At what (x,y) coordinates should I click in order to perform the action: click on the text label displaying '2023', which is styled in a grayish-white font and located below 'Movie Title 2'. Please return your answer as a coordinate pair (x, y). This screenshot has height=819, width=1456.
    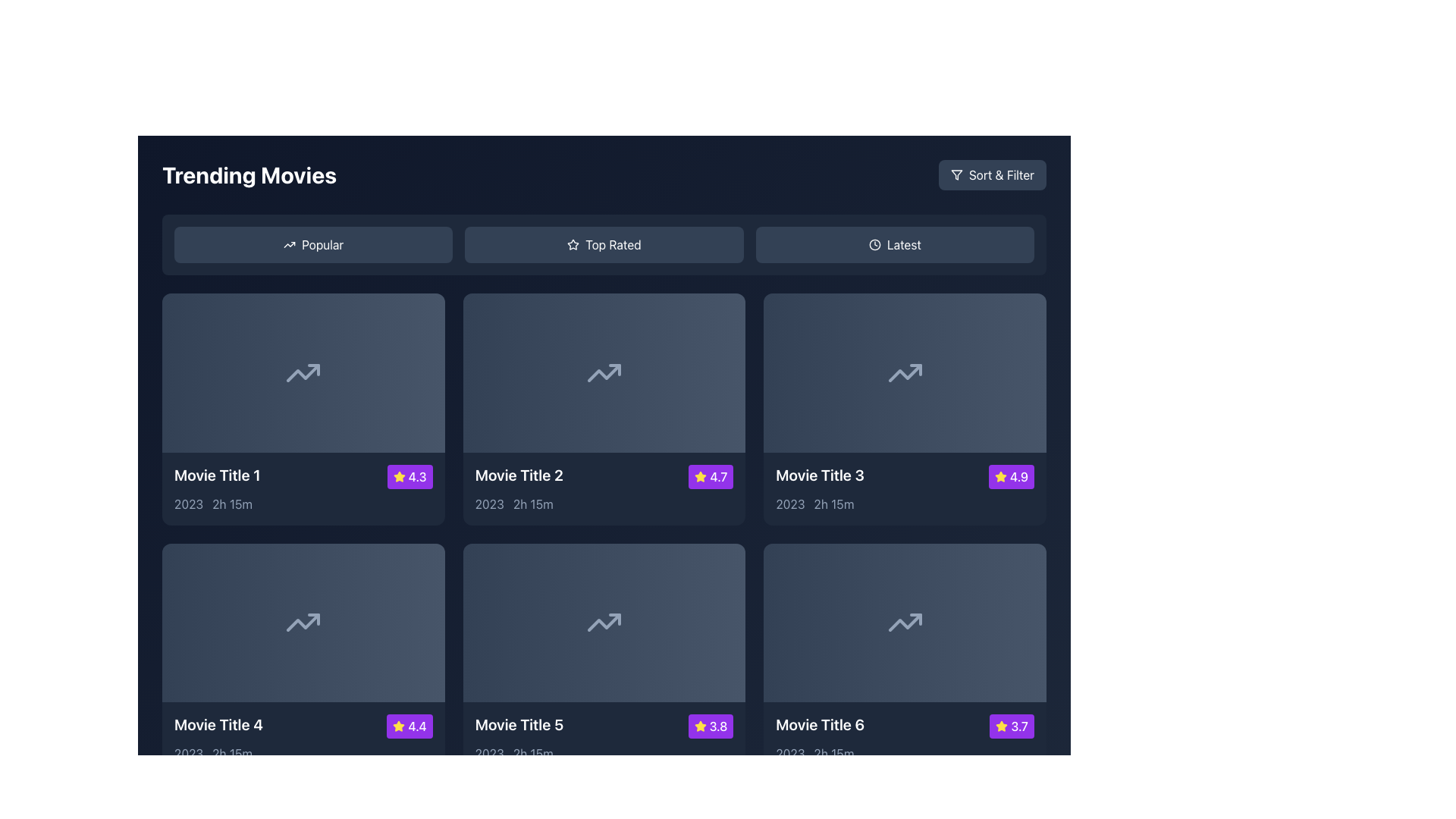
    Looking at the image, I should click on (489, 504).